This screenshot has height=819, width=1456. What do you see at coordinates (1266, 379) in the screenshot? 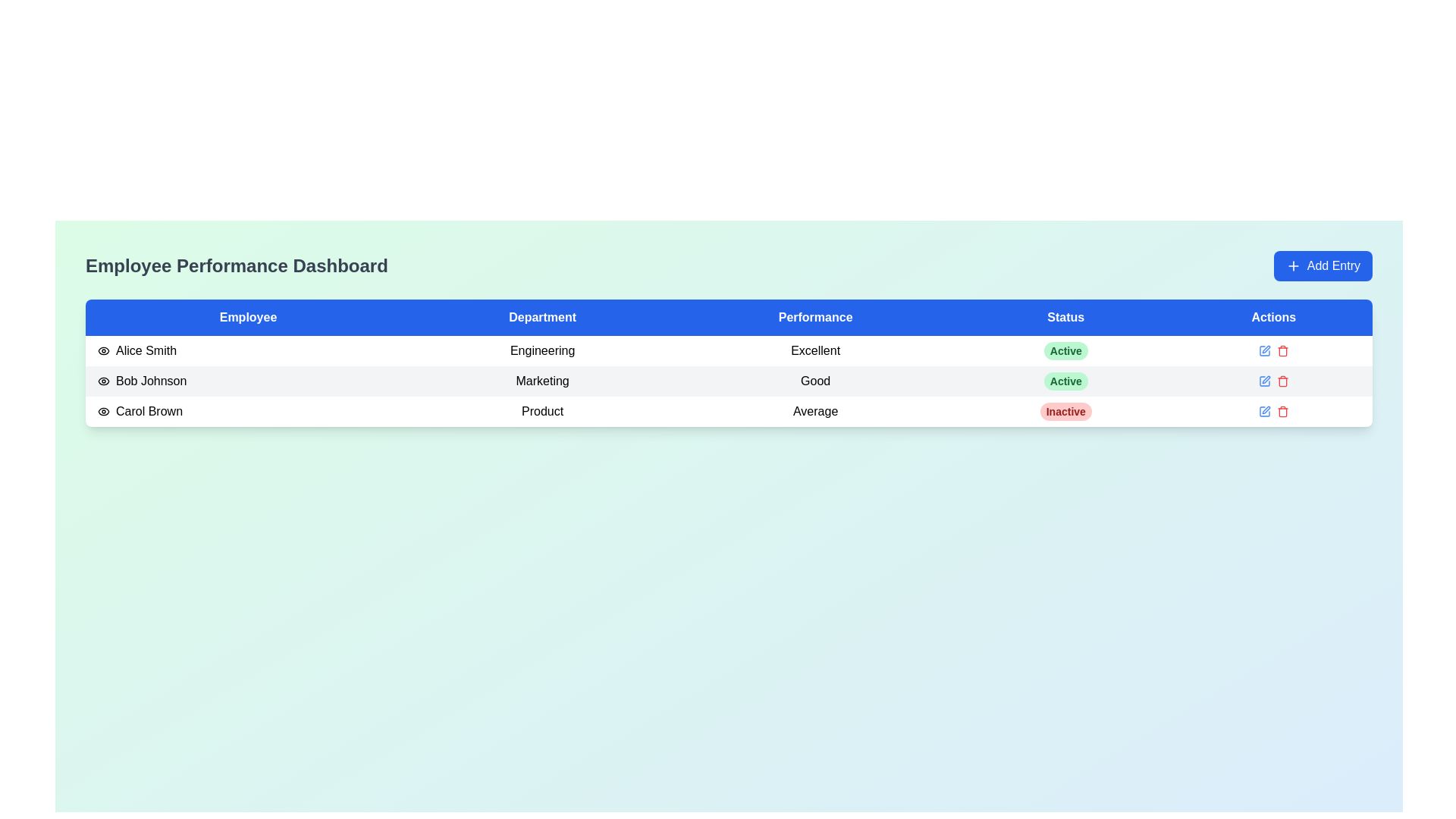
I see `the editing icon button located at the end of the 'Actions' column in the second row of the table` at bounding box center [1266, 379].